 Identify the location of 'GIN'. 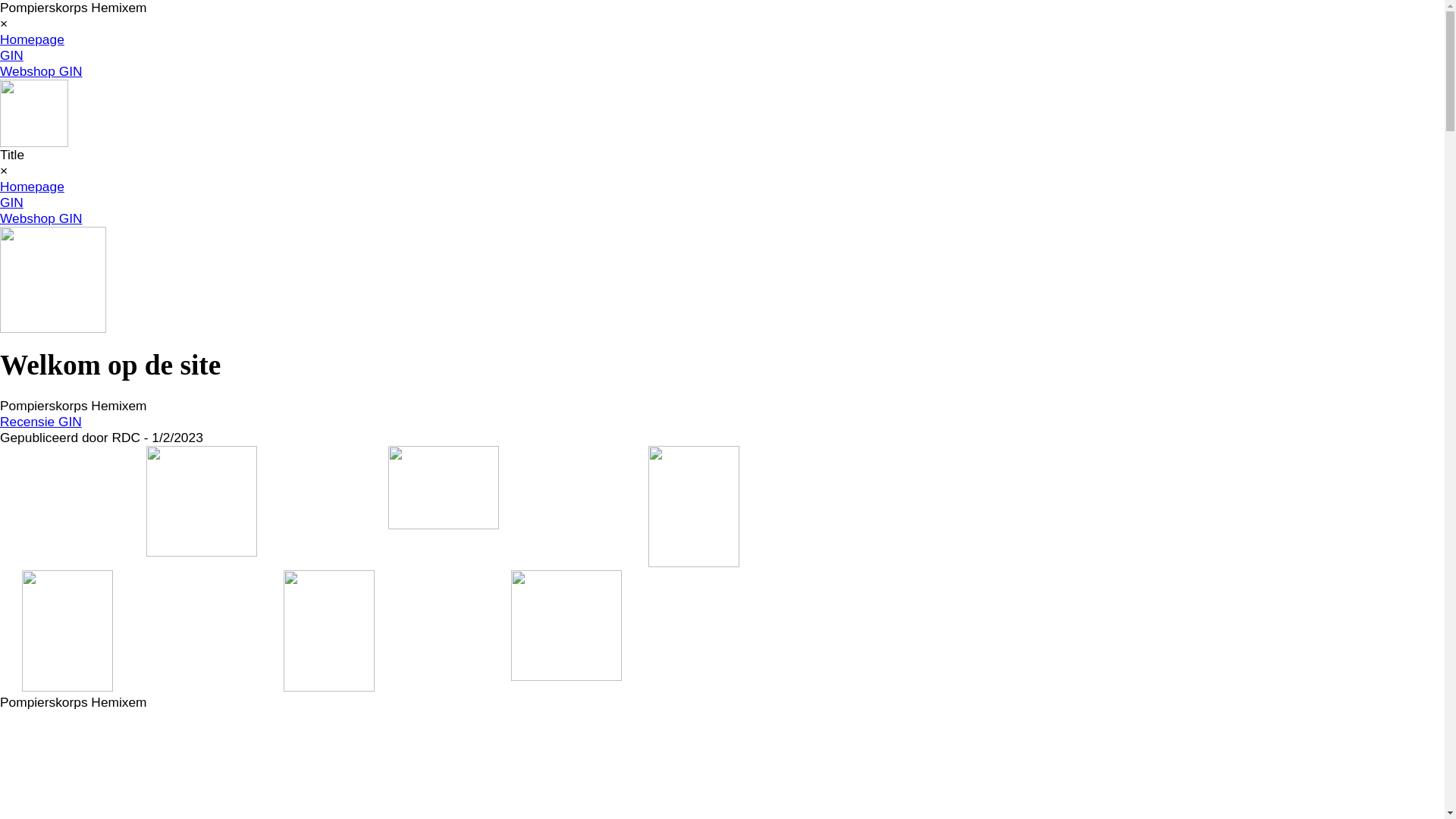
(11, 55).